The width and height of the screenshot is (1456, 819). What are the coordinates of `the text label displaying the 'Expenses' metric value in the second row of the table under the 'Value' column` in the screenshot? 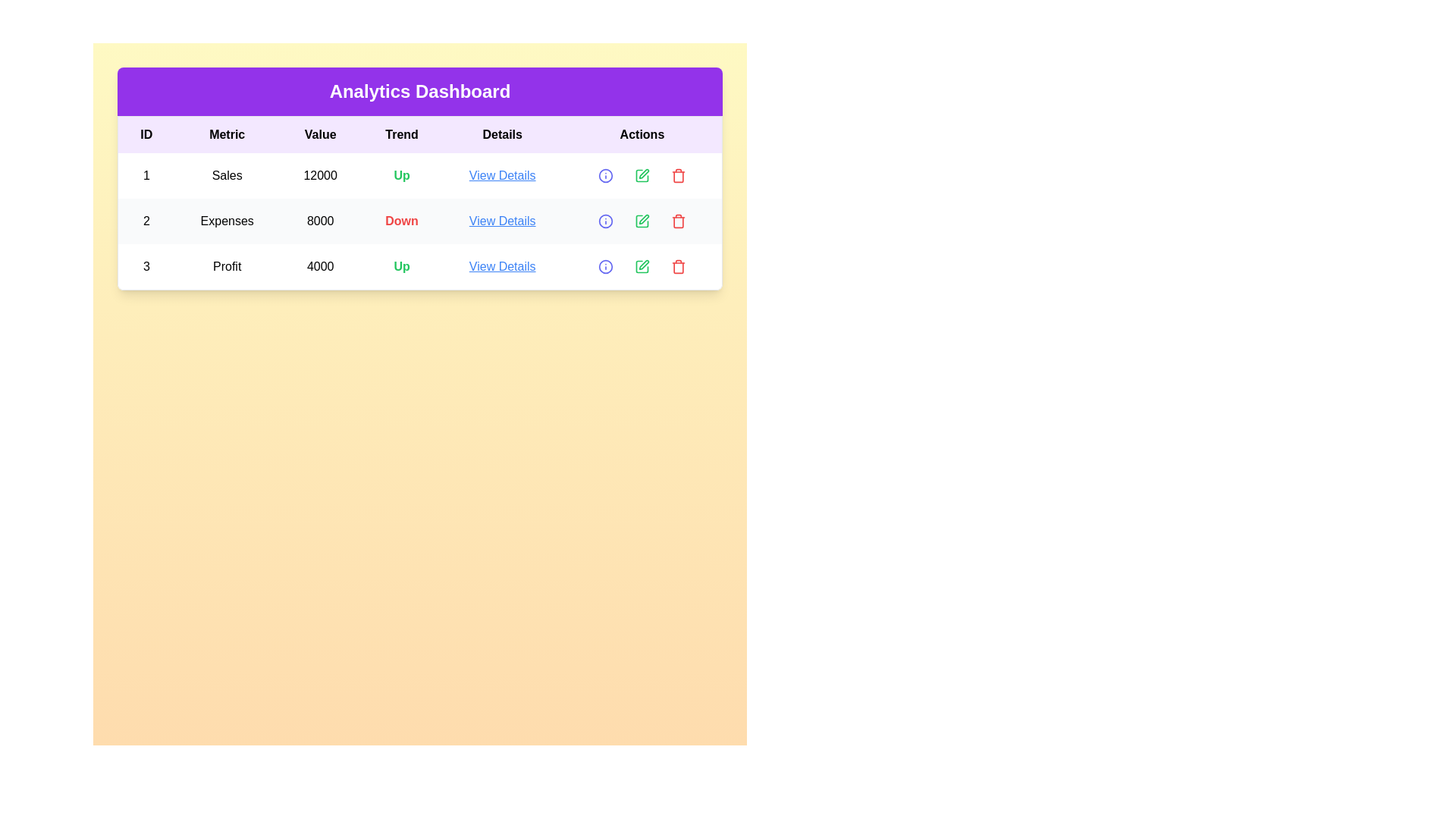 It's located at (319, 221).